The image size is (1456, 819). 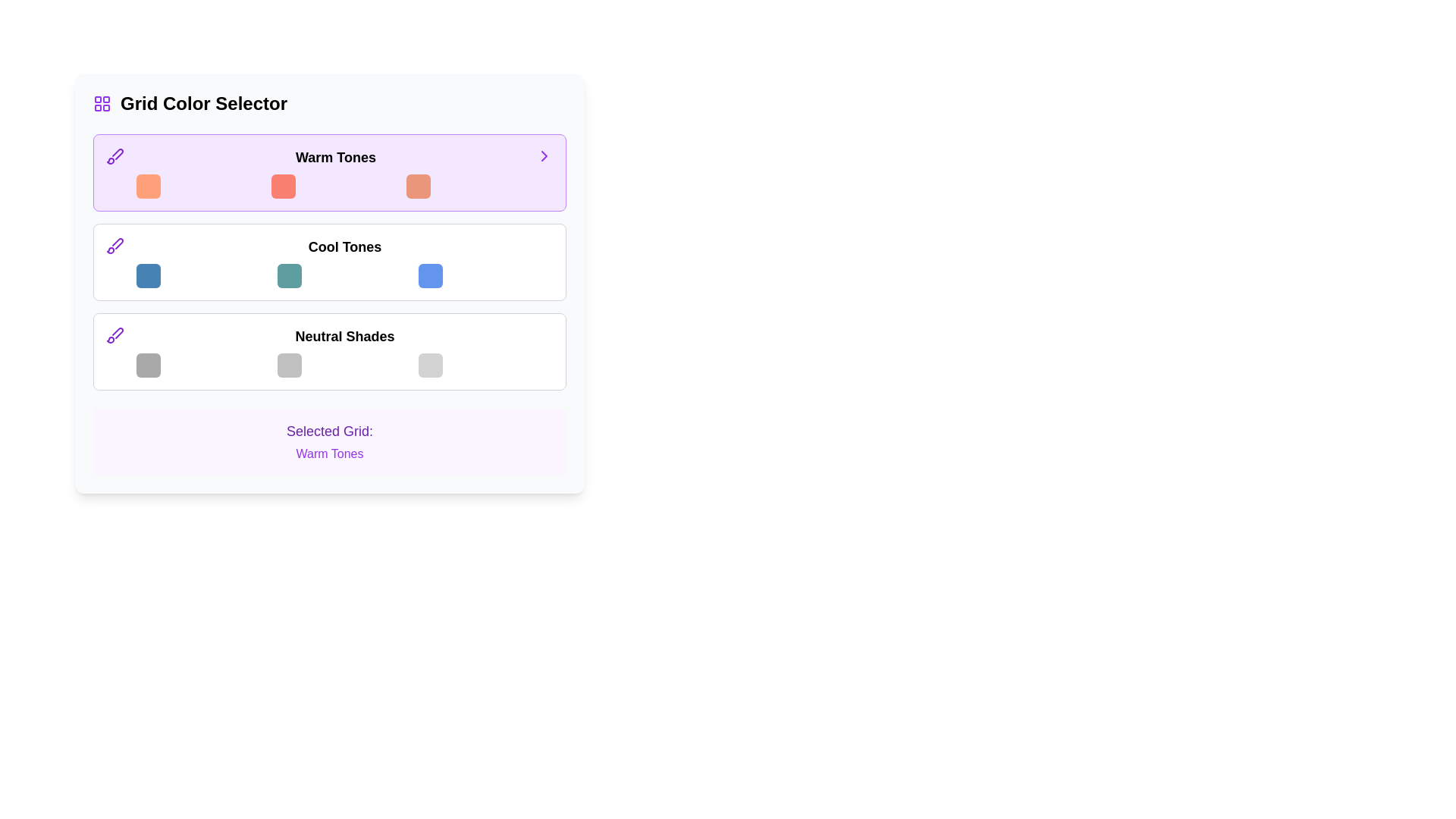 What do you see at coordinates (429, 275) in the screenshot?
I see `the third grid item in the 'Cool Tones' section, which is a rounded square with a solid blue background, to observe more details` at bounding box center [429, 275].